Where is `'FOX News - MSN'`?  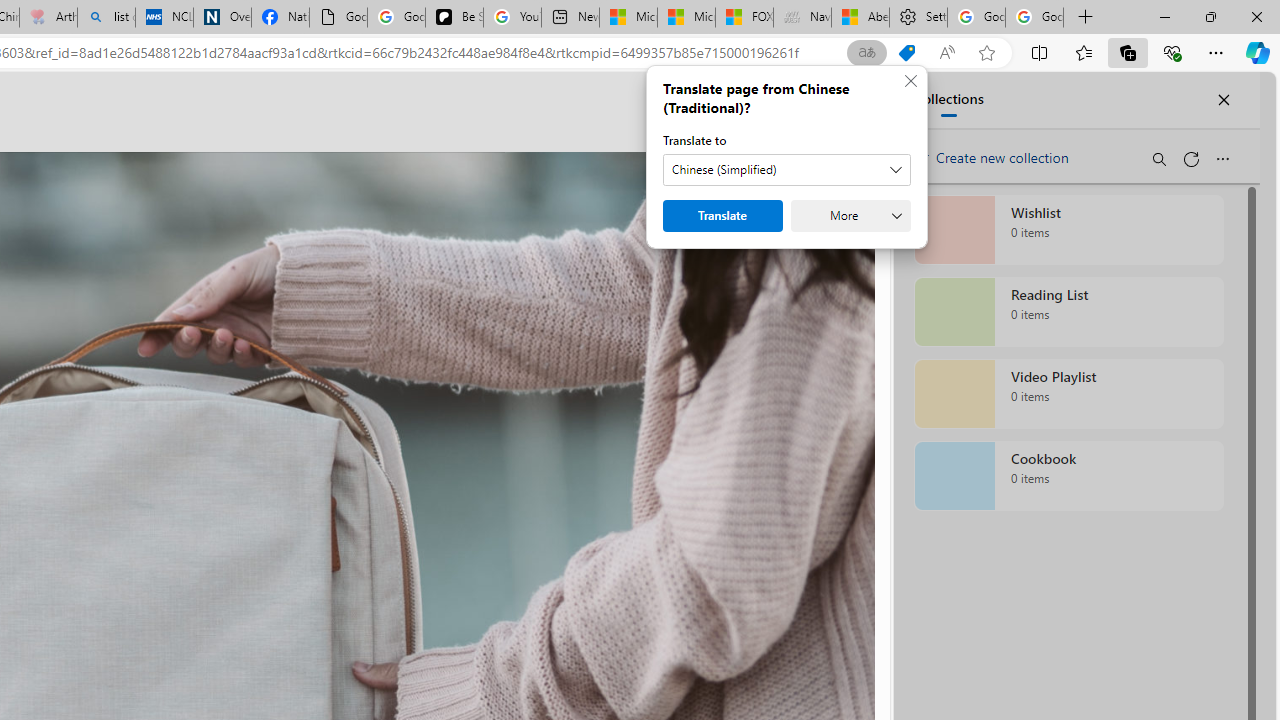
'FOX News - MSN' is located at coordinates (743, 17).